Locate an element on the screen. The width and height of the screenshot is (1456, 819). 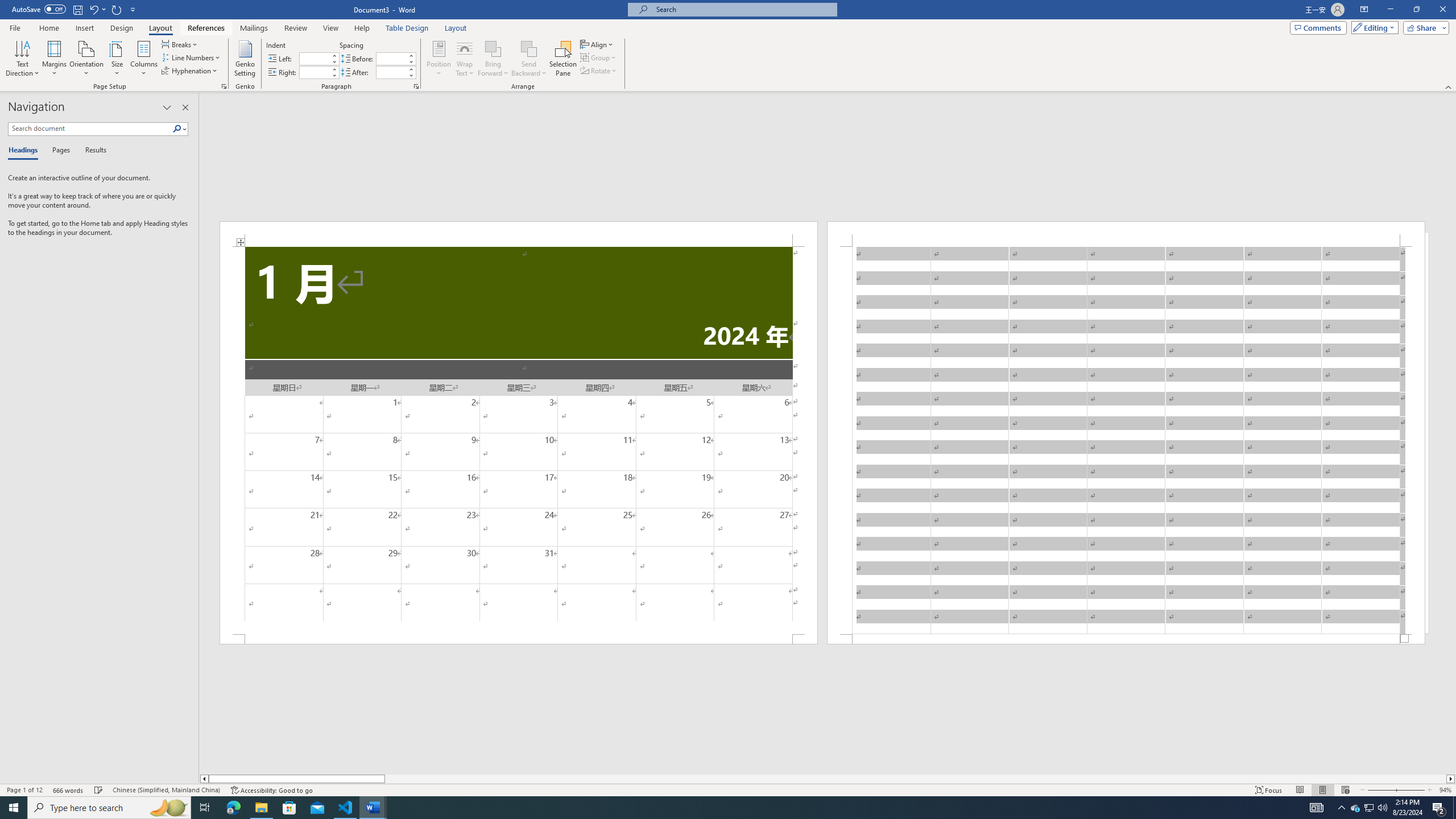
'Position' is located at coordinates (438, 59).